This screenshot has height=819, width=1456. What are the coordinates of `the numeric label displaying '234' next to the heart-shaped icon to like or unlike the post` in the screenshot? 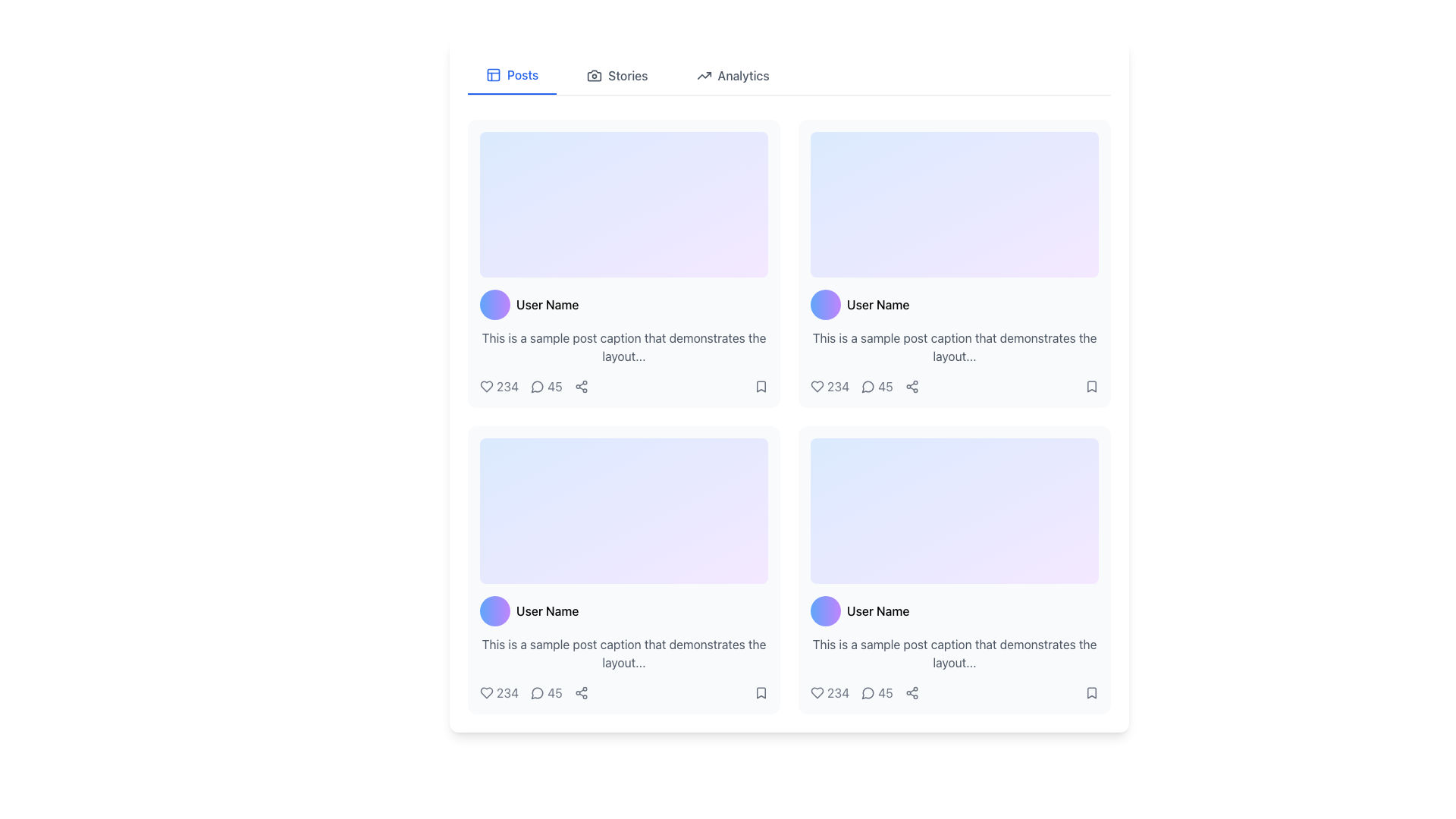 It's located at (829, 385).